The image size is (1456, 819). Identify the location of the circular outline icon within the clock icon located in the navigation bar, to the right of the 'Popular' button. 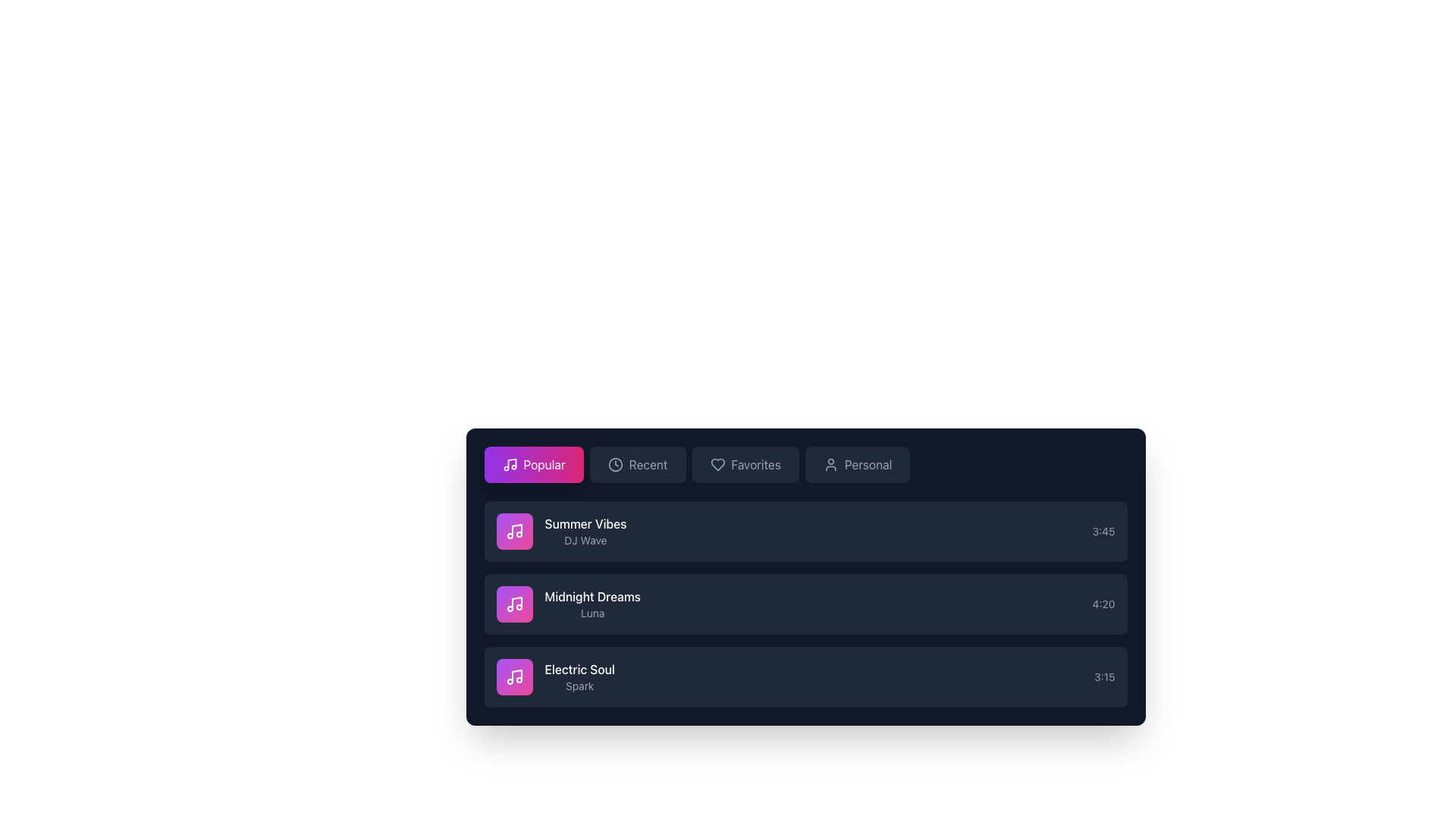
(615, 464).